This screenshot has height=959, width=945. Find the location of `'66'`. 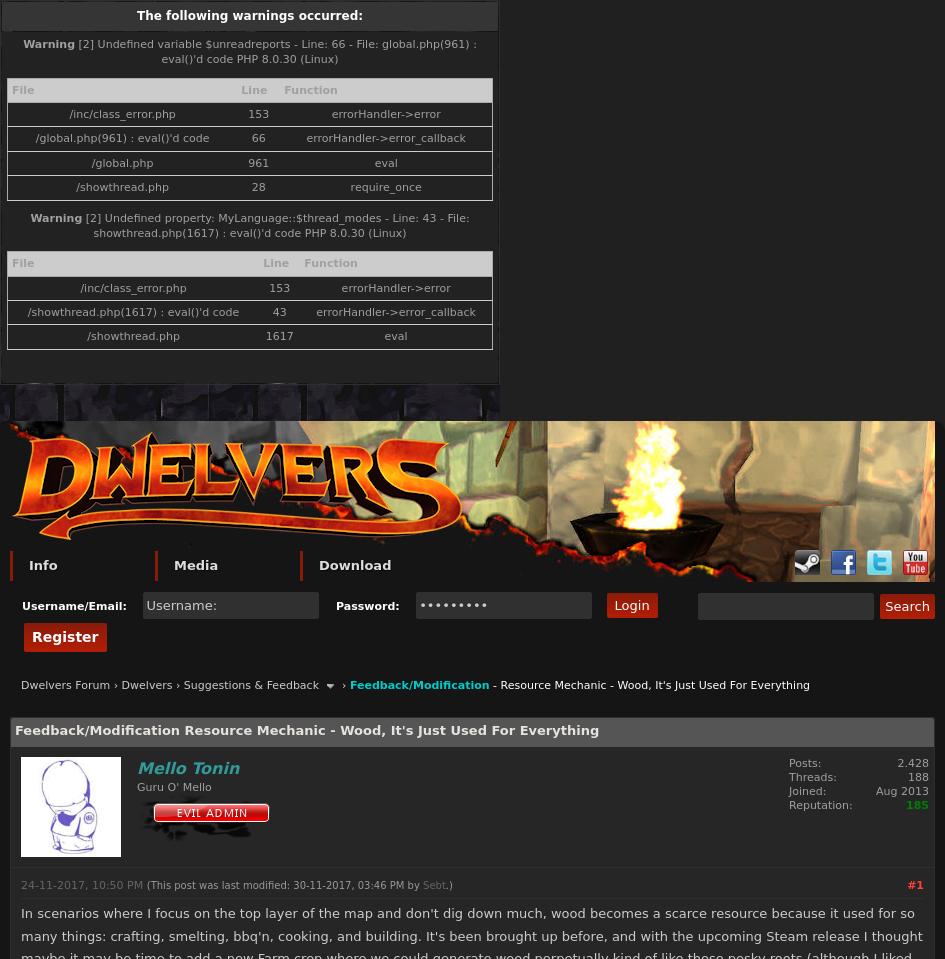

'66' is located at coordinates (256, 137).